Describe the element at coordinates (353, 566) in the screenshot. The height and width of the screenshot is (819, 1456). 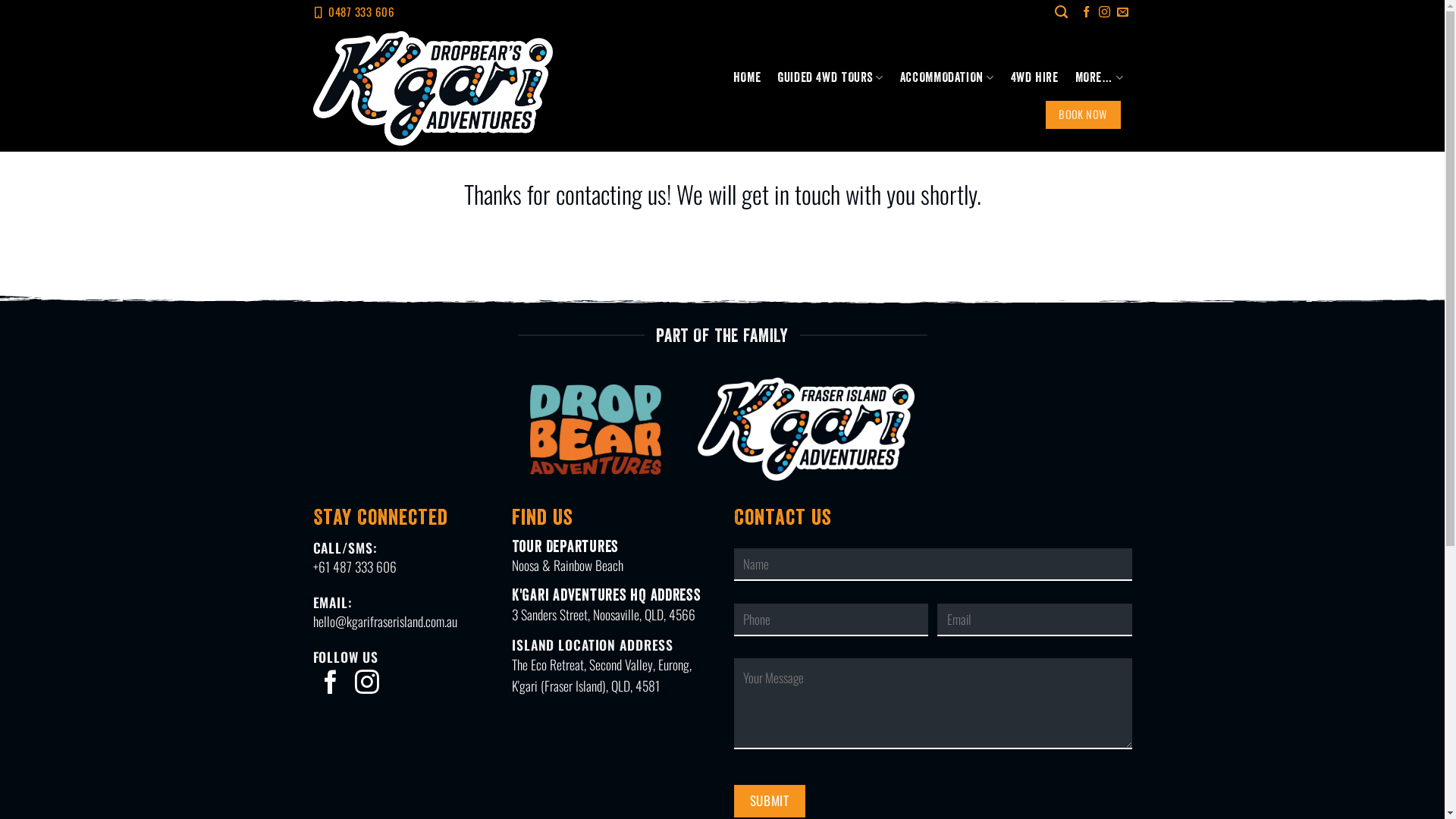
I see `'+61 487 333 606'` at that location.